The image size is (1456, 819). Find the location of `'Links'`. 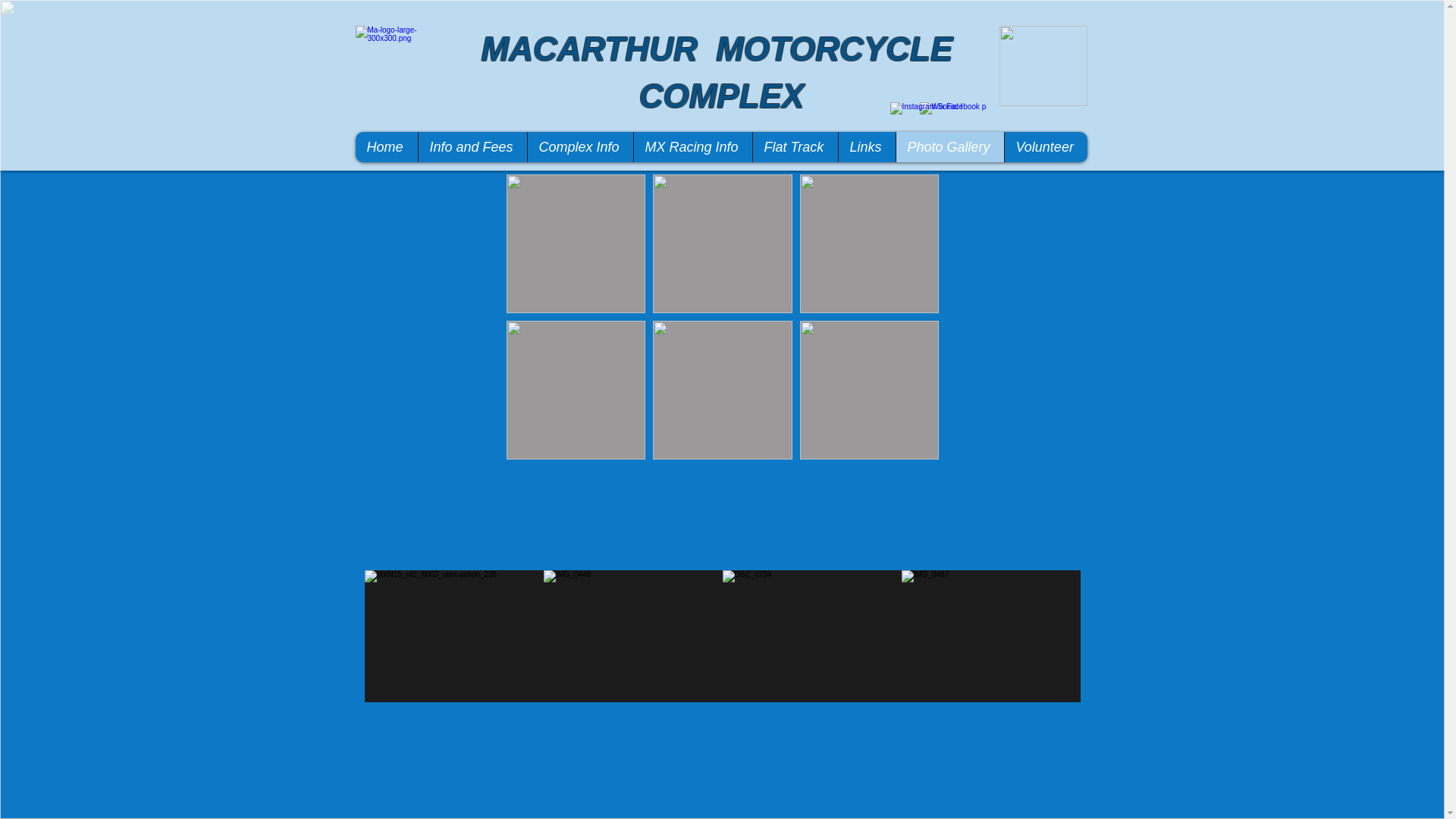

'Links' is located at coordinates (866, 146).